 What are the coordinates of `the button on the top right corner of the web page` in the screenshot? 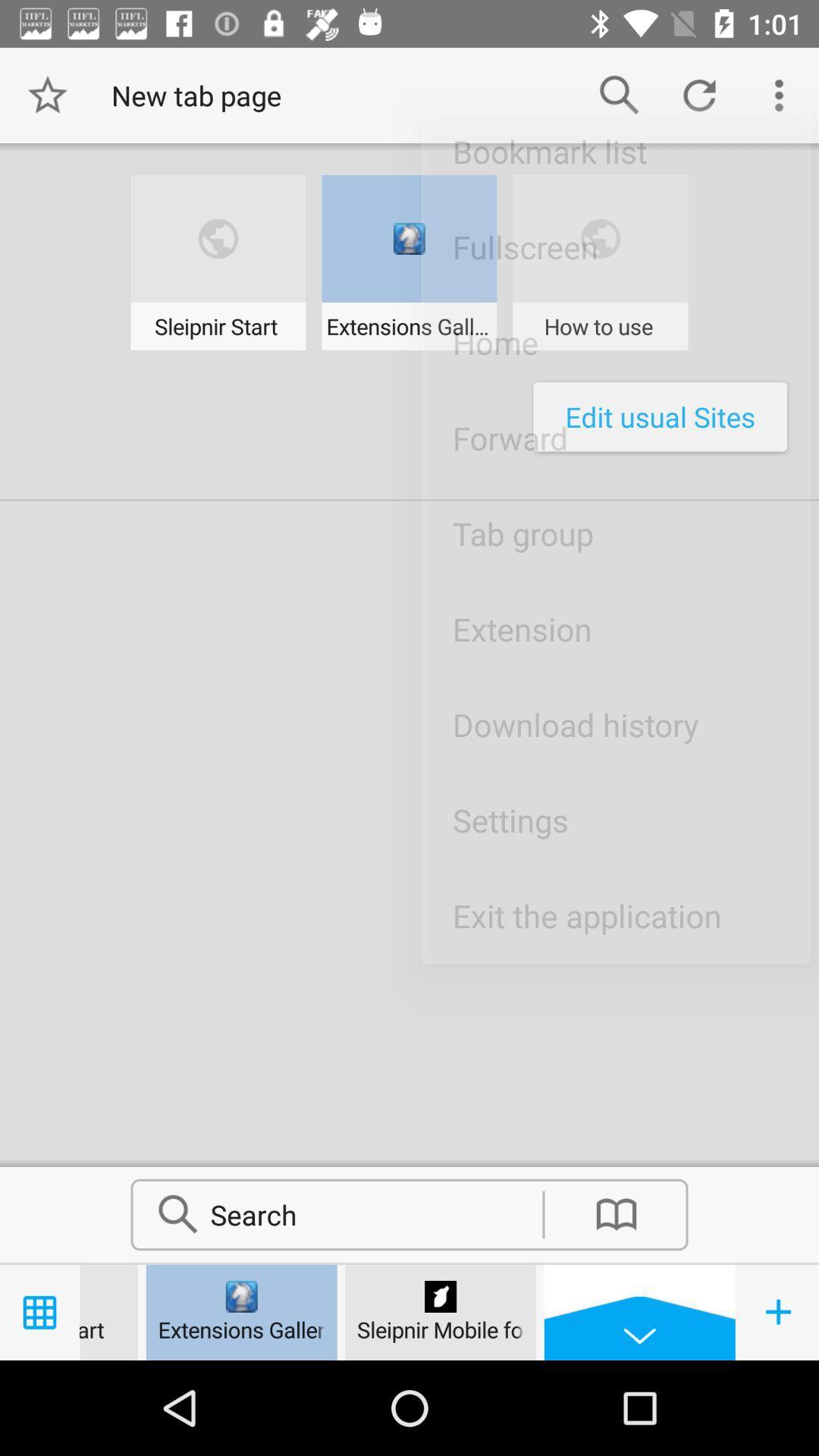 It's located at (779, 94).